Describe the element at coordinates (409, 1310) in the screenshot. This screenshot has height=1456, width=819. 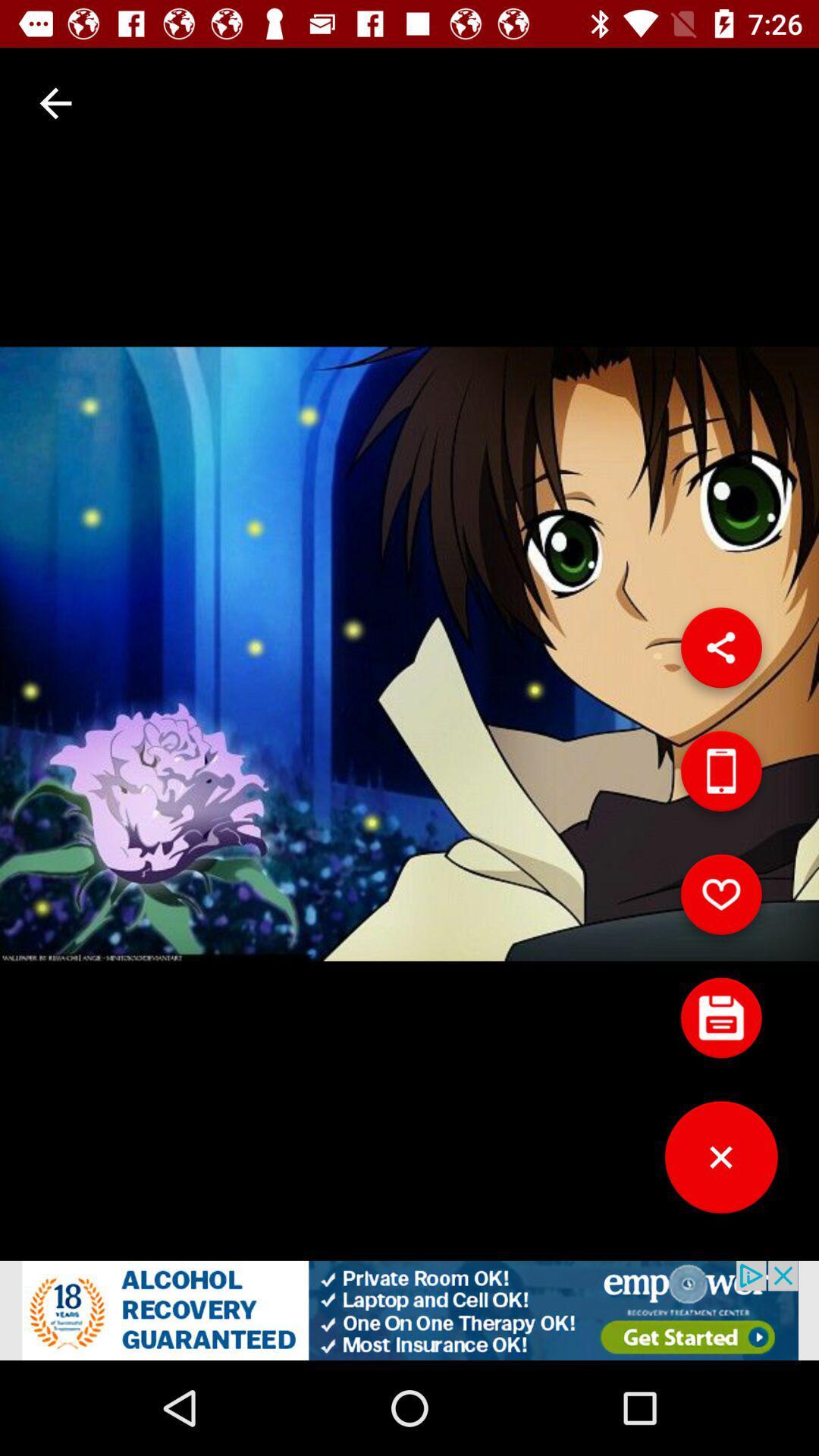
I see `advertisement page` at that location.